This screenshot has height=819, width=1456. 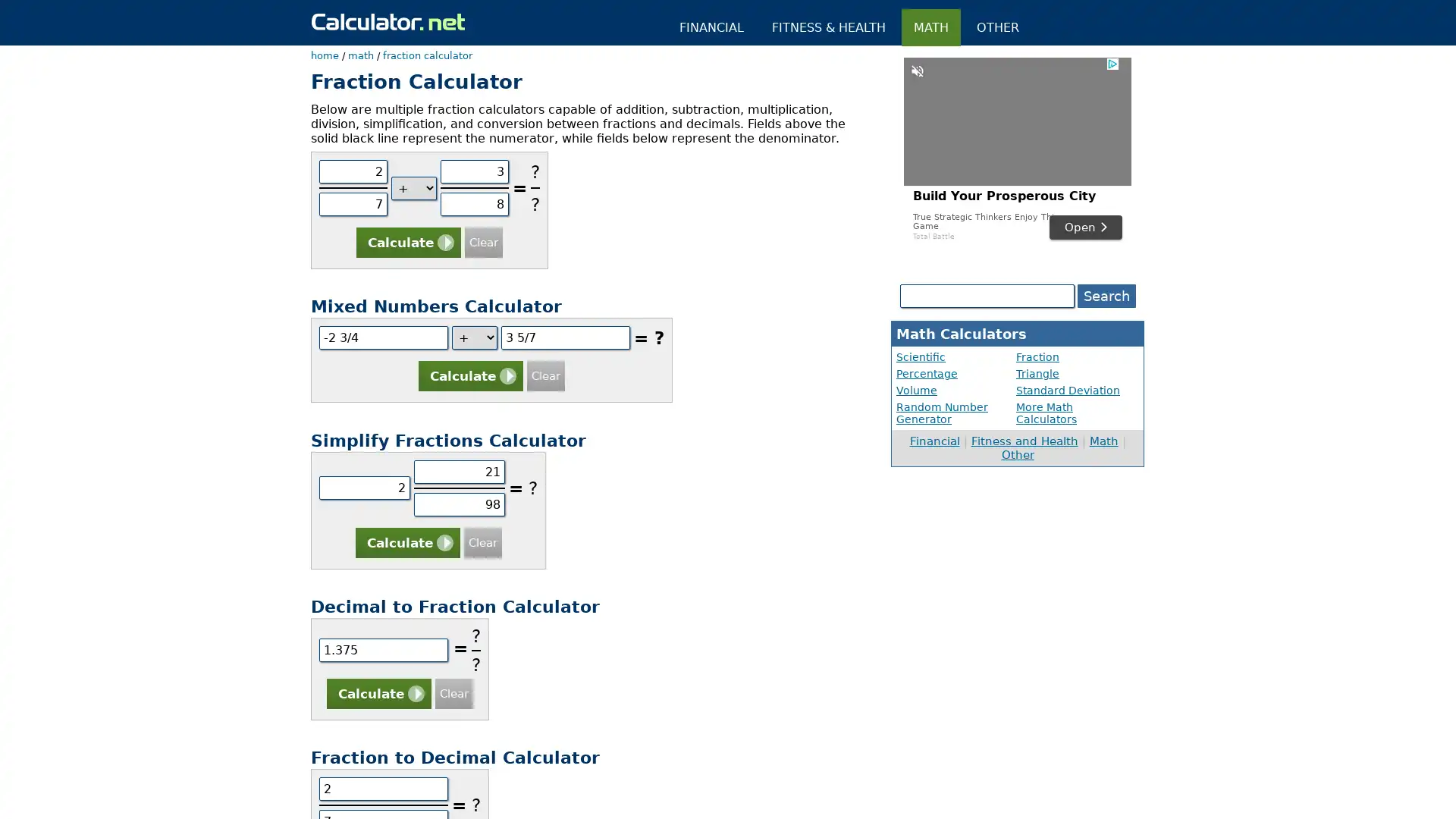 What do you see at coordinates (469, 375) in the screenshot?
I see `Calculate` at bounding box center [469, 375].